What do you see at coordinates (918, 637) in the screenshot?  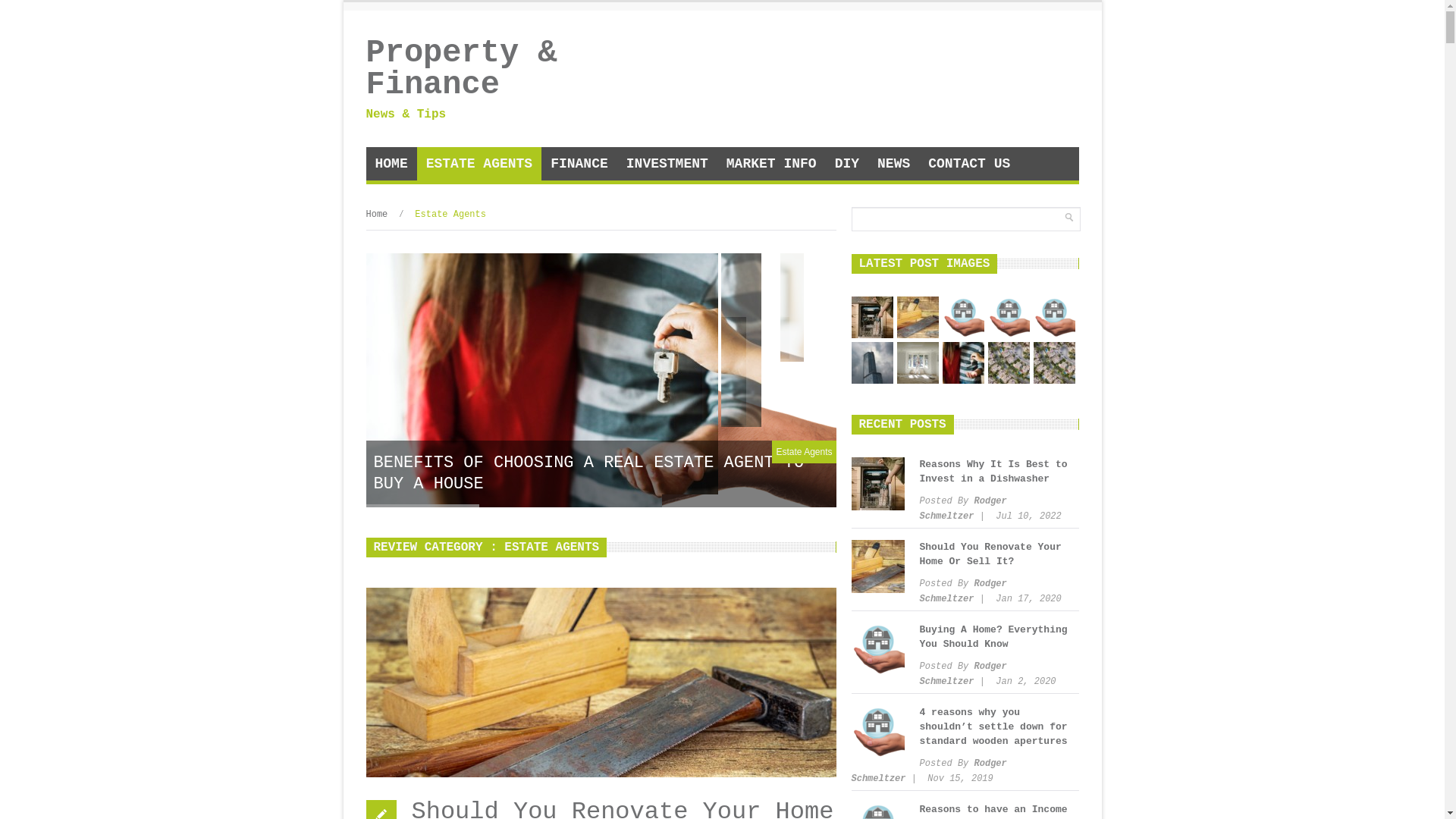 I see `'Buying A Home? Everything You Should Know'` at bounding box center [918, 637].